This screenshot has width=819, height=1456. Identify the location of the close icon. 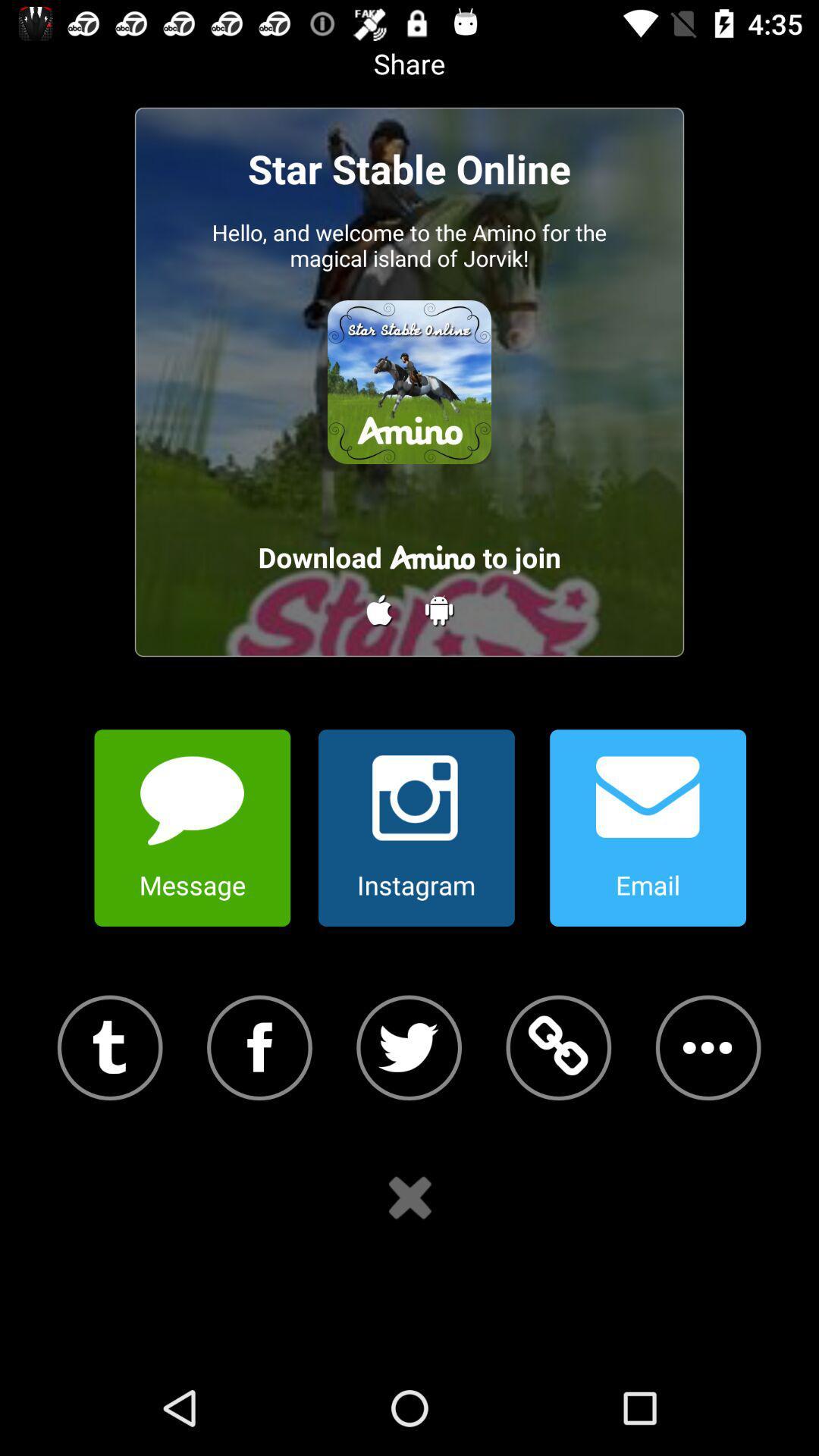
(409, 1280).